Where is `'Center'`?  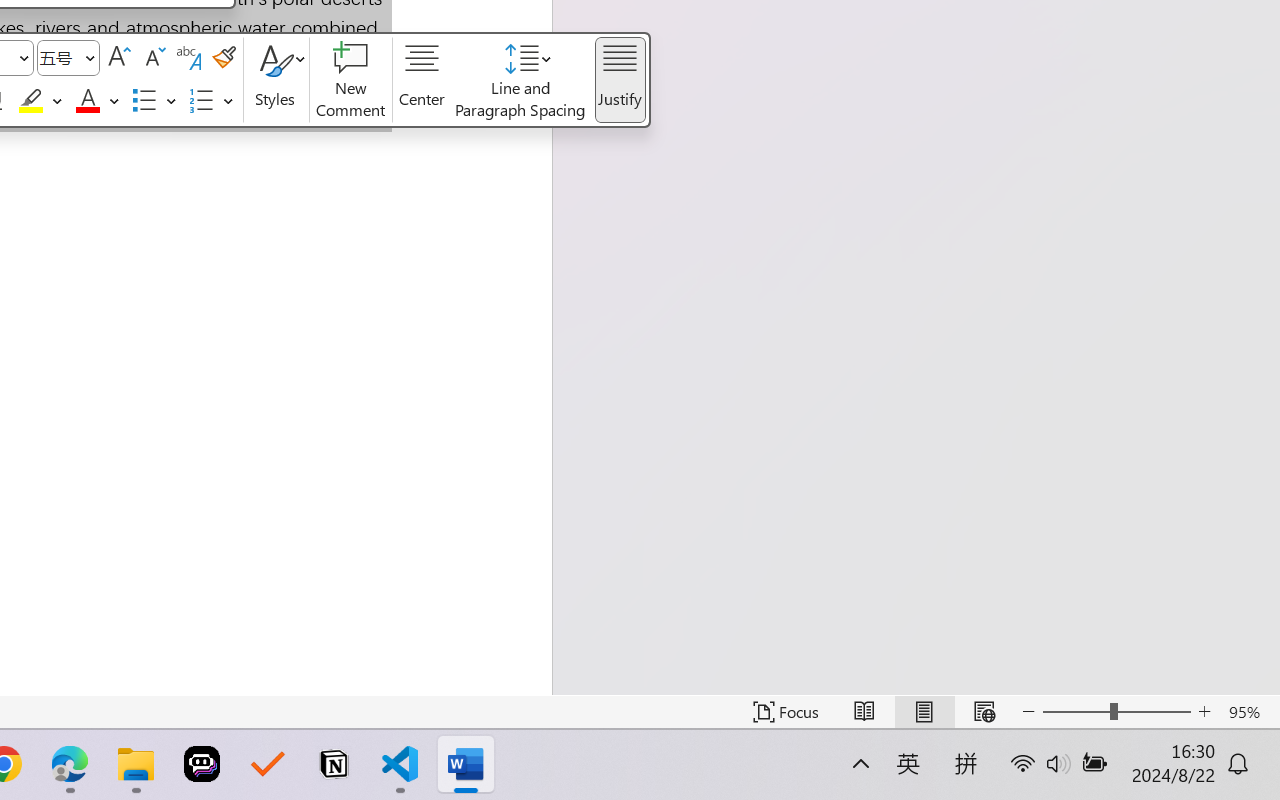 'Center' is located at coordinates (421, 80).